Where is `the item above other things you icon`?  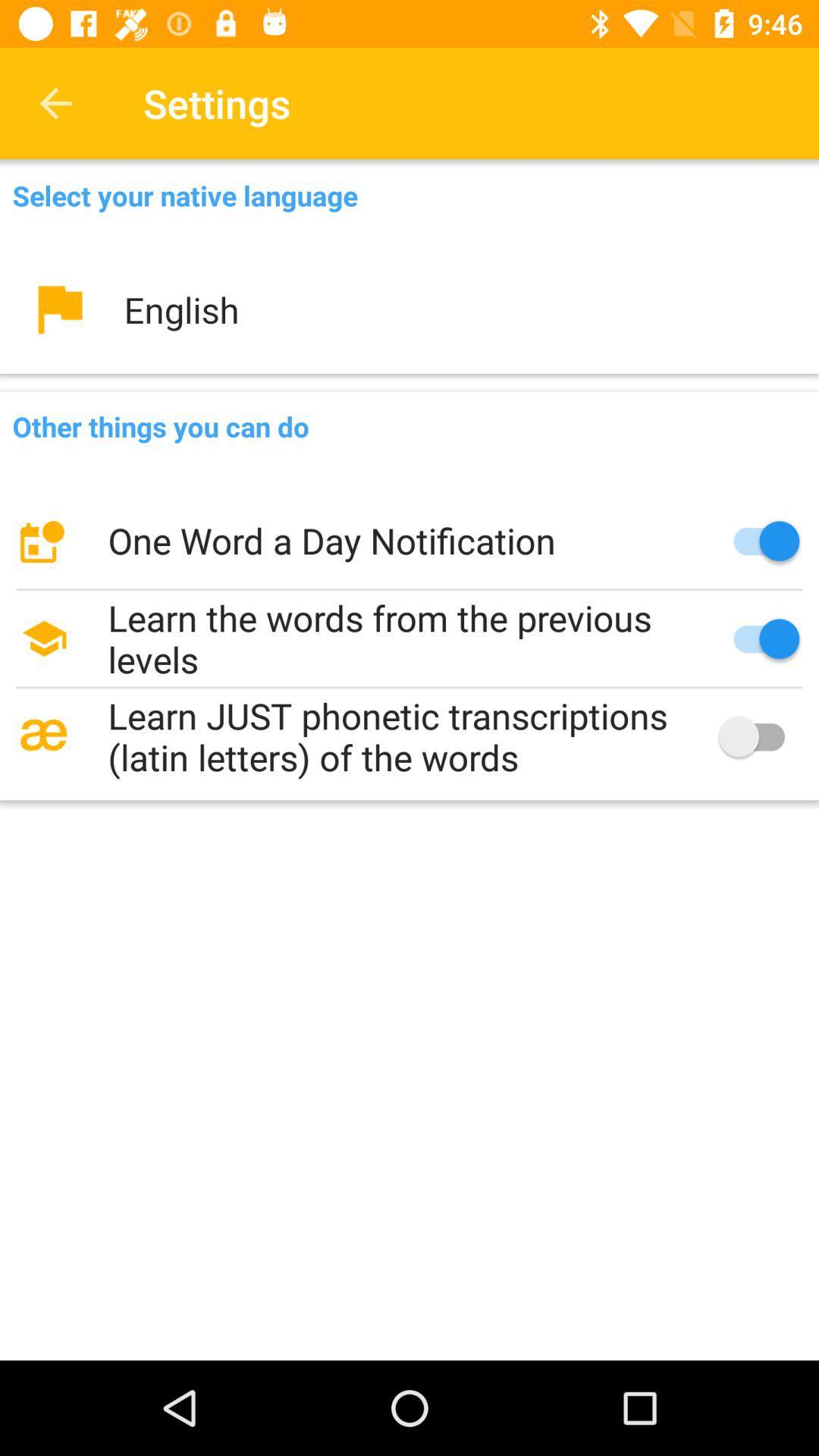 the item above other things you icon is located at coordinates (409, 309).